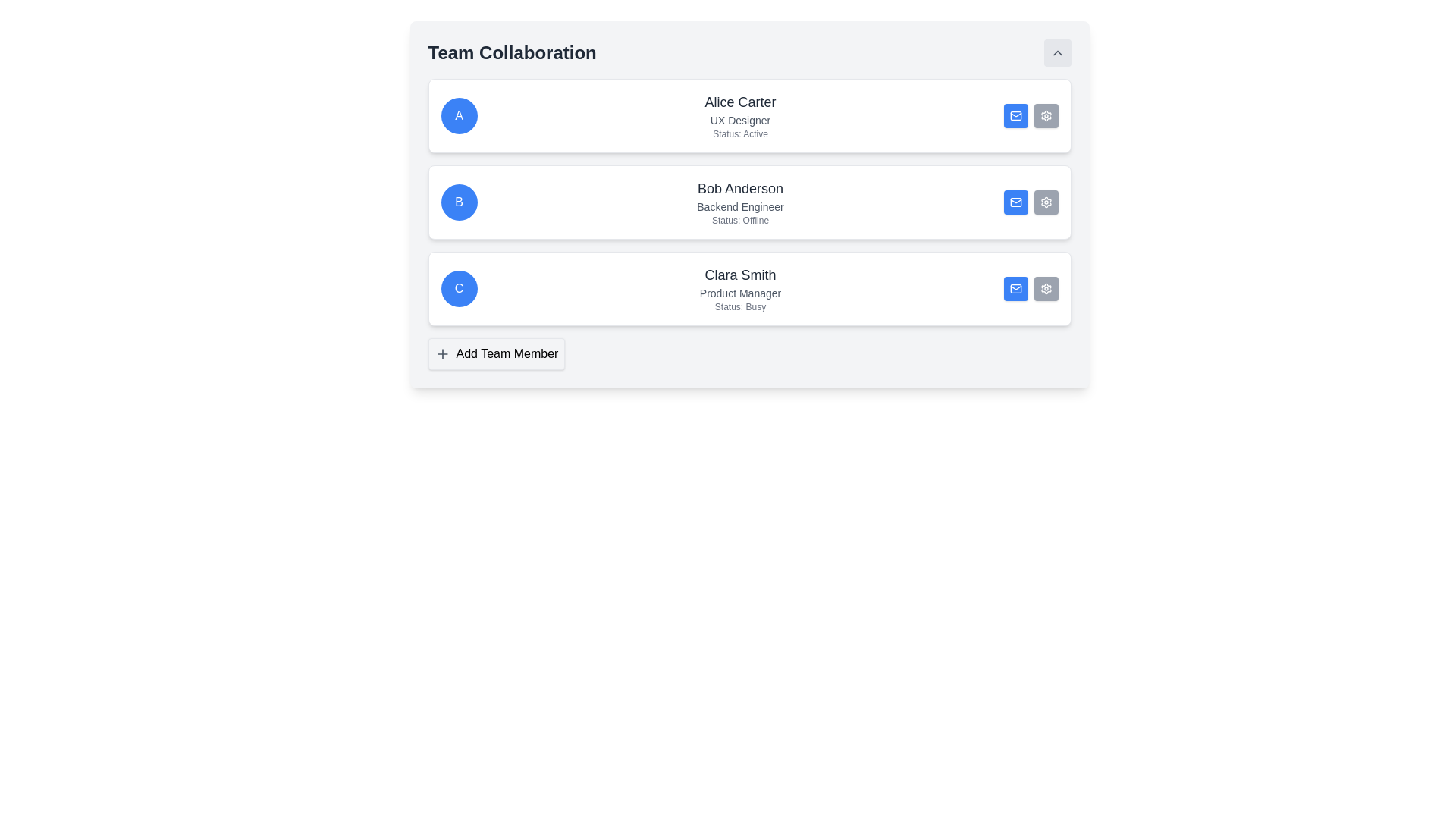 The height and width of the screenshot is (819, 1456). I want to click on the small settings icon styled as a gear, located on the right side of the 'Clara Smith' user entry, so click(1045, 289).